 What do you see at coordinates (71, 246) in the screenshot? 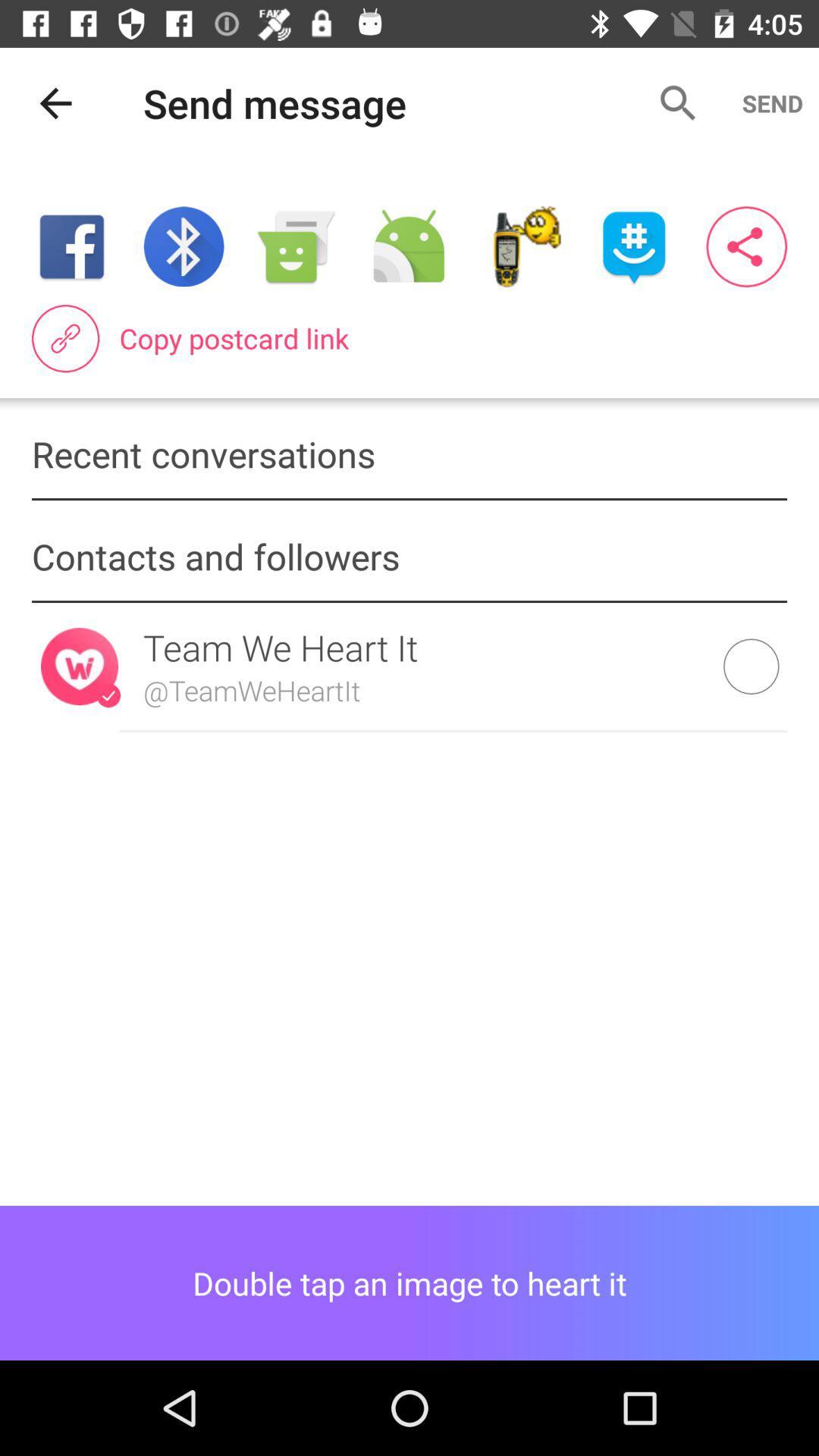
I see `facebook` at bounding box center [71, 246].